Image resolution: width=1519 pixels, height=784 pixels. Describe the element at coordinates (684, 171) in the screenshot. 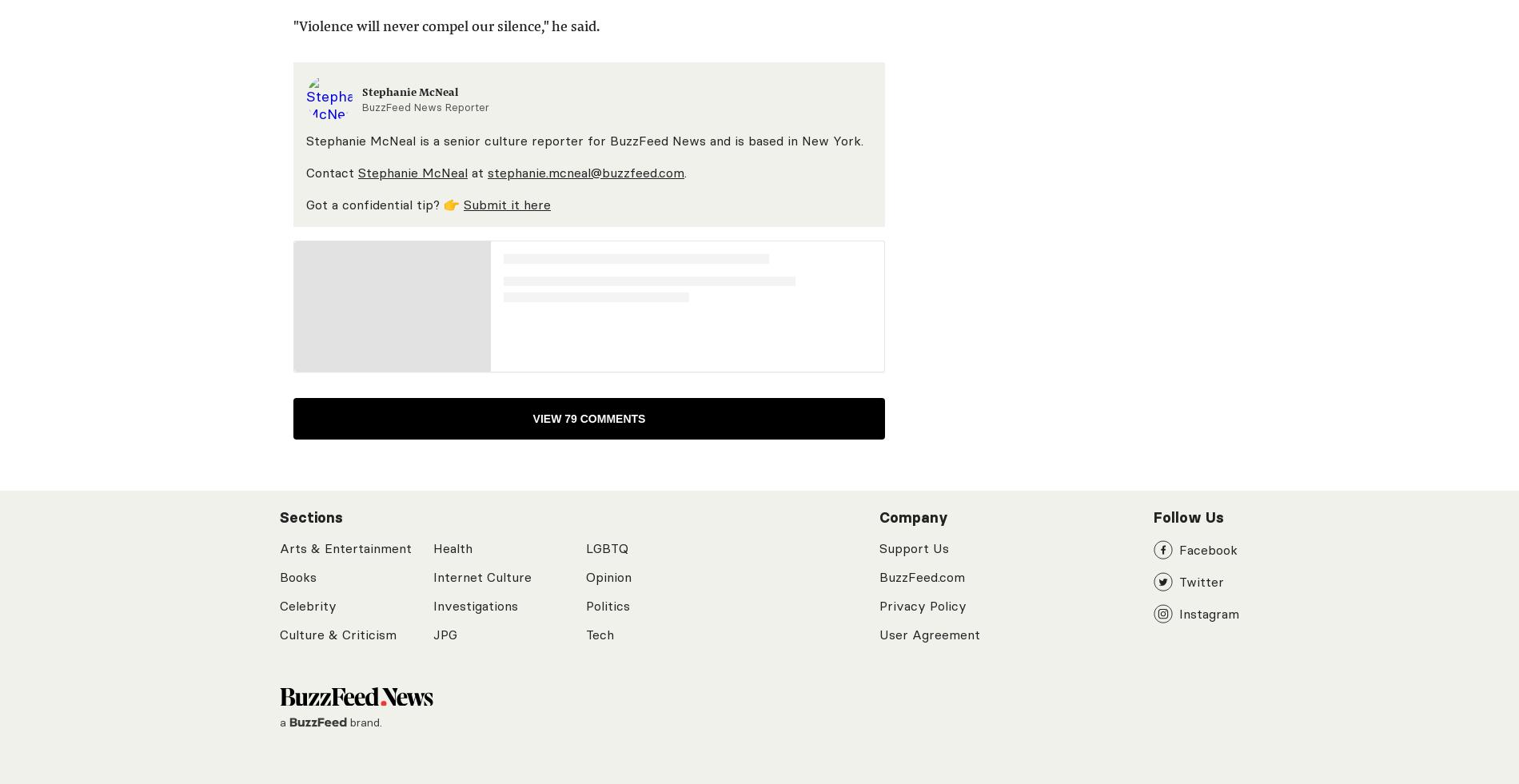

I see `'.'` at that location.